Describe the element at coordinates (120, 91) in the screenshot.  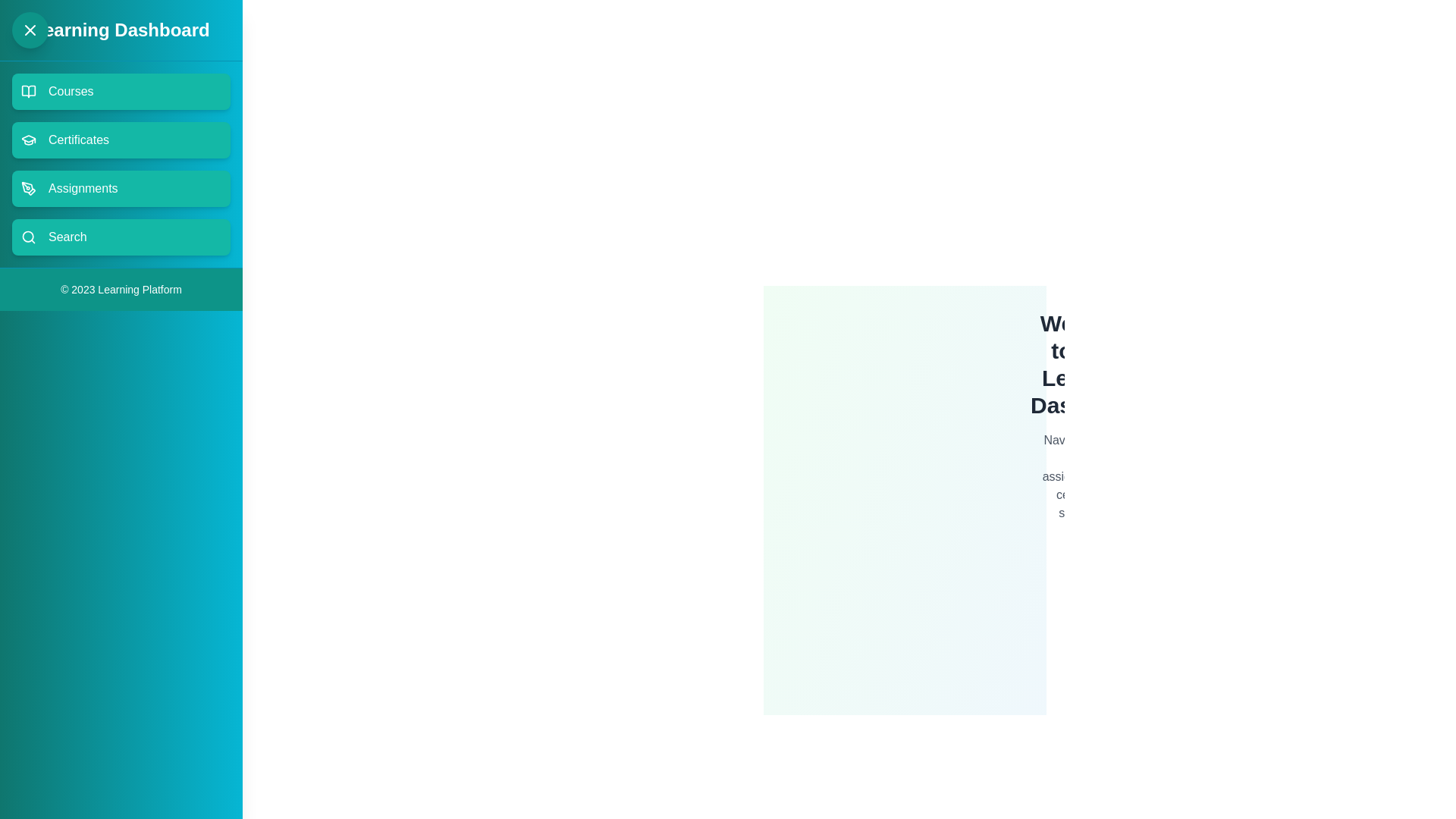
I see `the navigation button for courses, located in the sidebar above the buttons labeled 'Certificates', 'Assignments', and 'Search'` at that location.